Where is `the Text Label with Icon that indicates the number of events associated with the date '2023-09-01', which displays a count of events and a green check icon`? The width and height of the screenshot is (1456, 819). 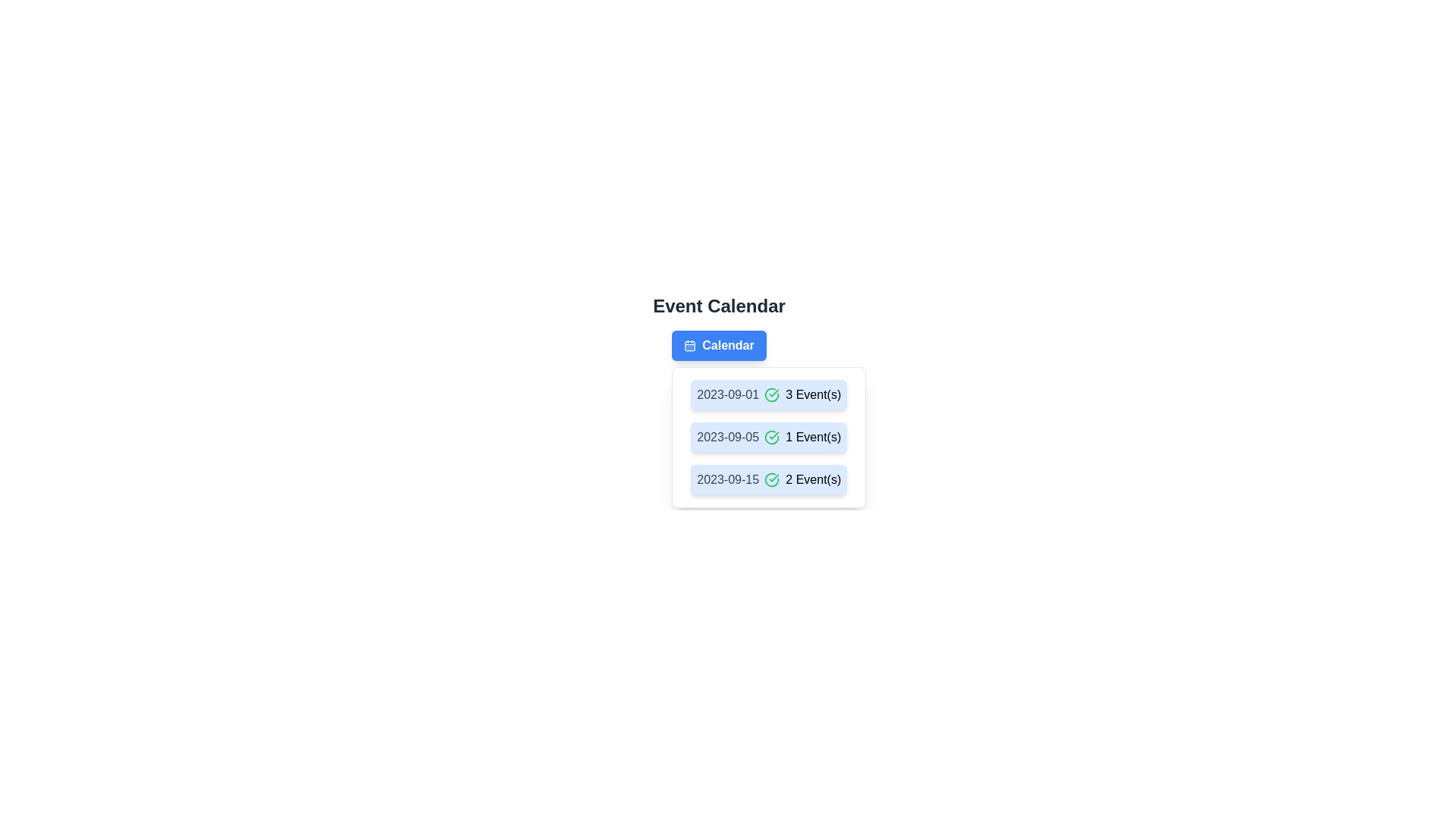
the Text Label with Icon that indicates the number of events associated with the date '2023-09-01', which displays a count of events and a green check icon is located at coordinates (802, 394).